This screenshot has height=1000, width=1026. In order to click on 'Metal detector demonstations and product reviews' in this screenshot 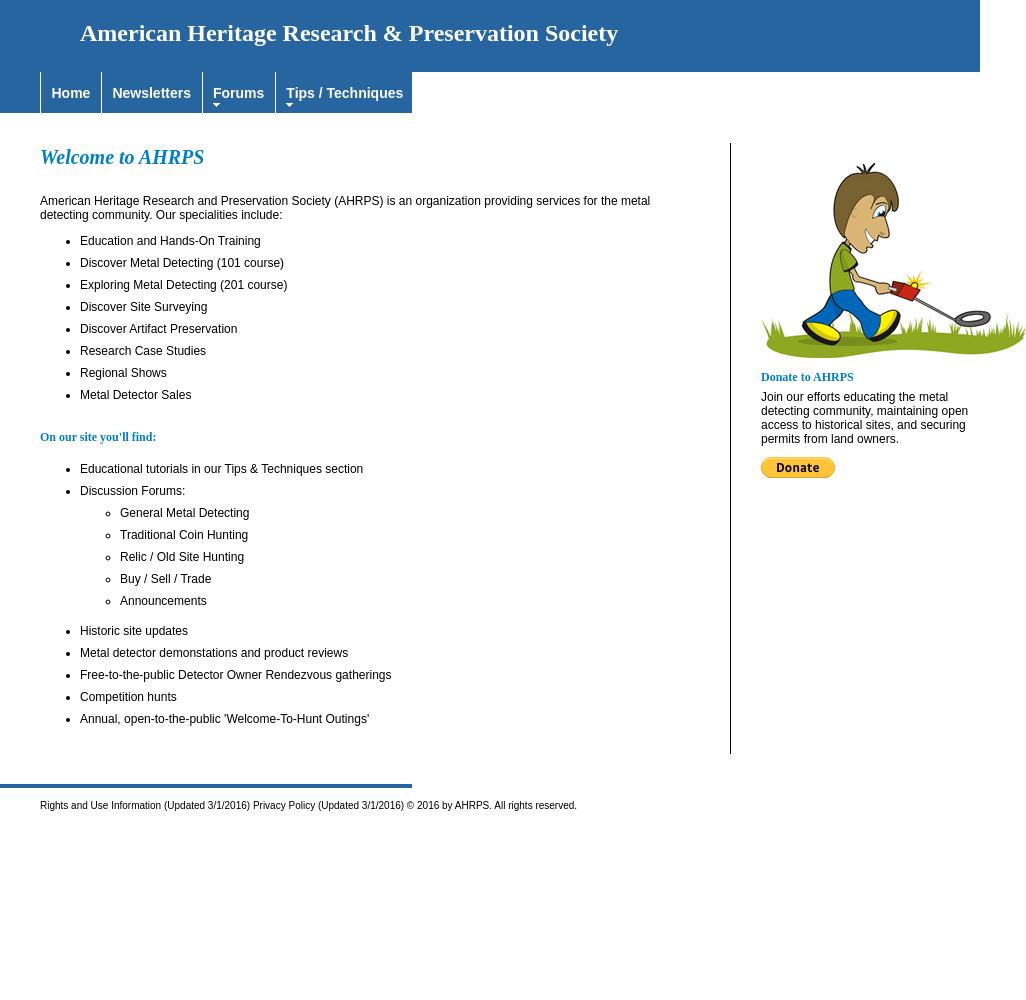, I will do `click(214, 653)`.